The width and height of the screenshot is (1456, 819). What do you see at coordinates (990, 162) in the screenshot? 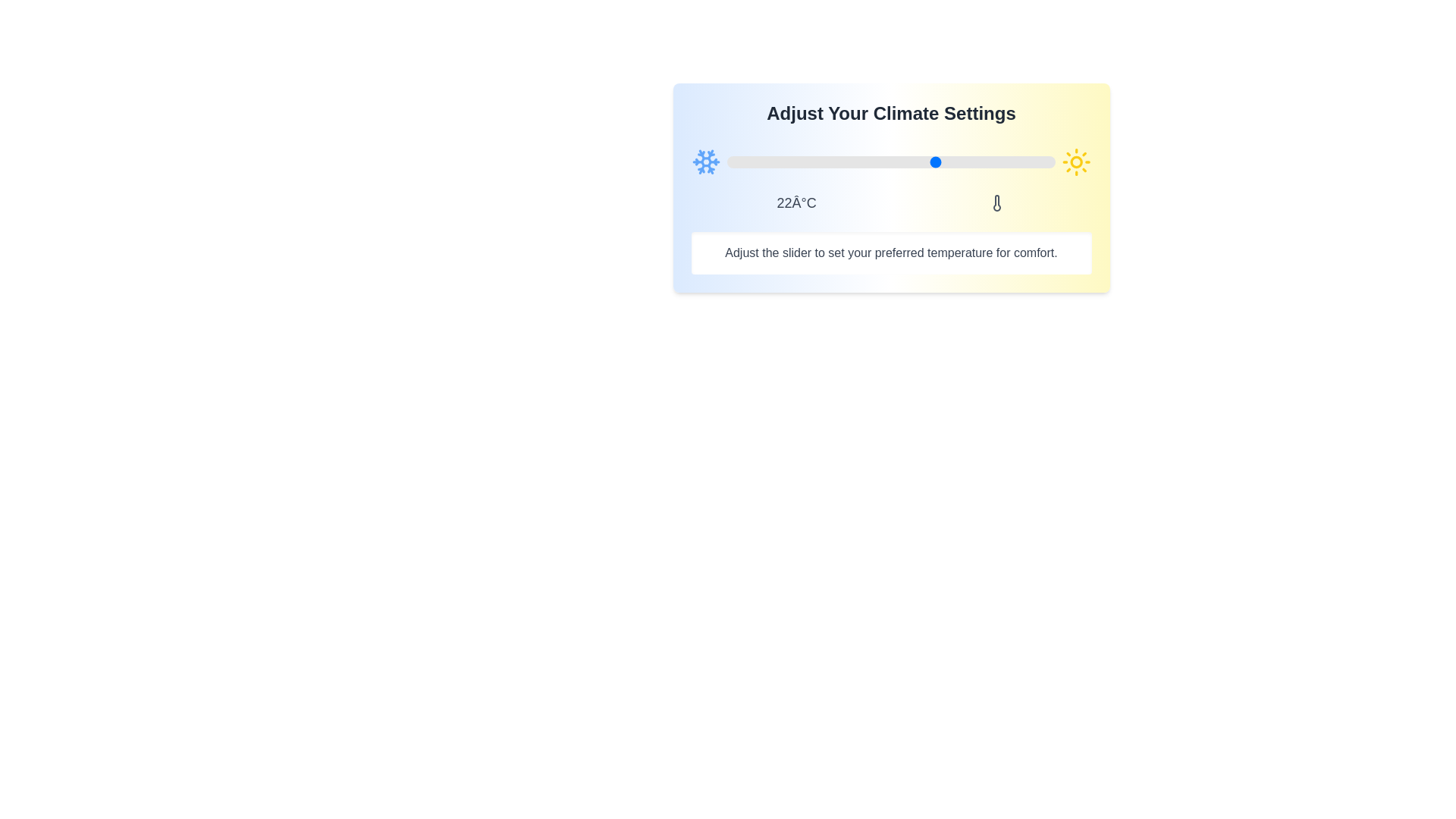
I see `the slider to set the temperature to 30°C` at bounding box center [990, 162].